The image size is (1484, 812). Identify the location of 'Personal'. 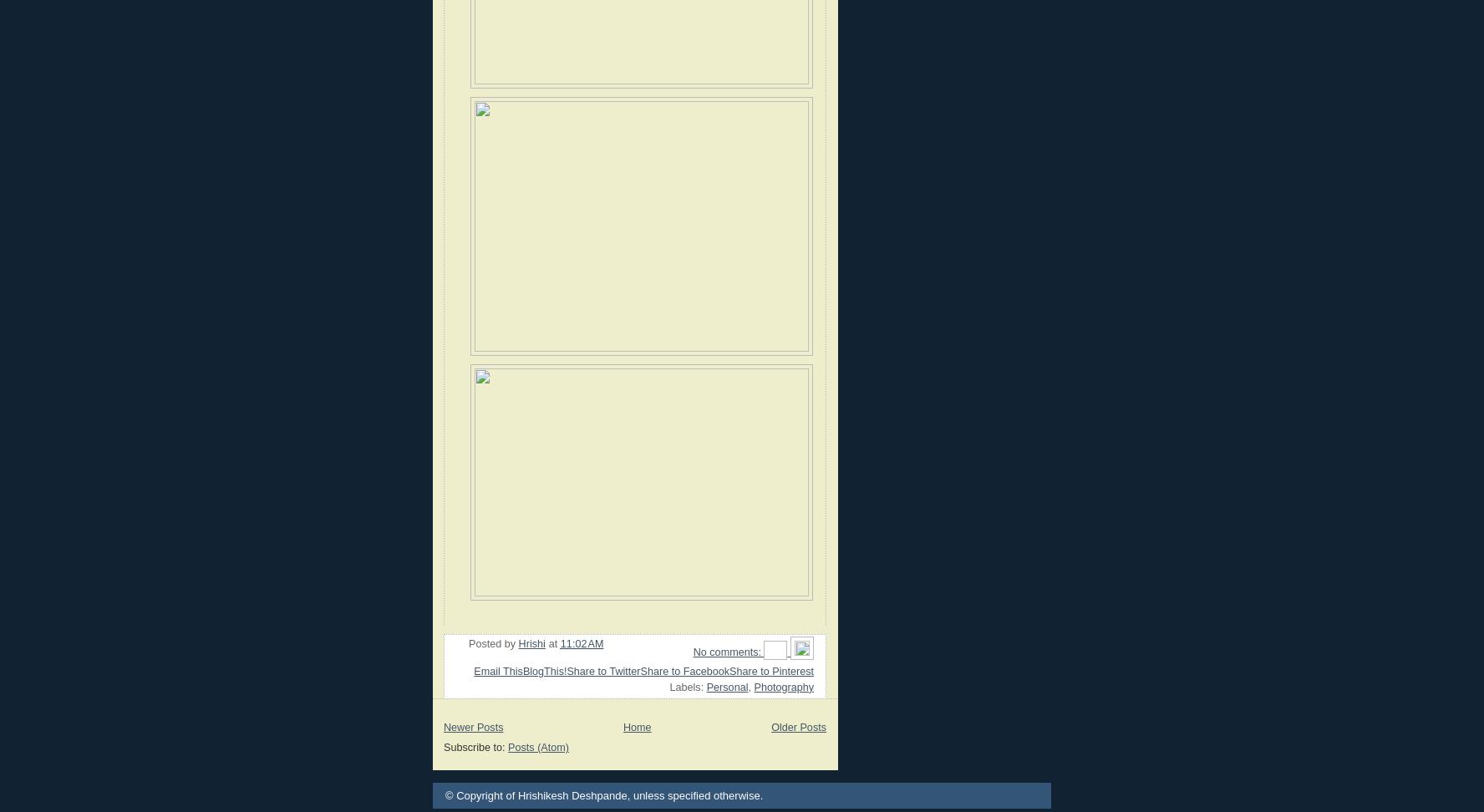
(727, 686).